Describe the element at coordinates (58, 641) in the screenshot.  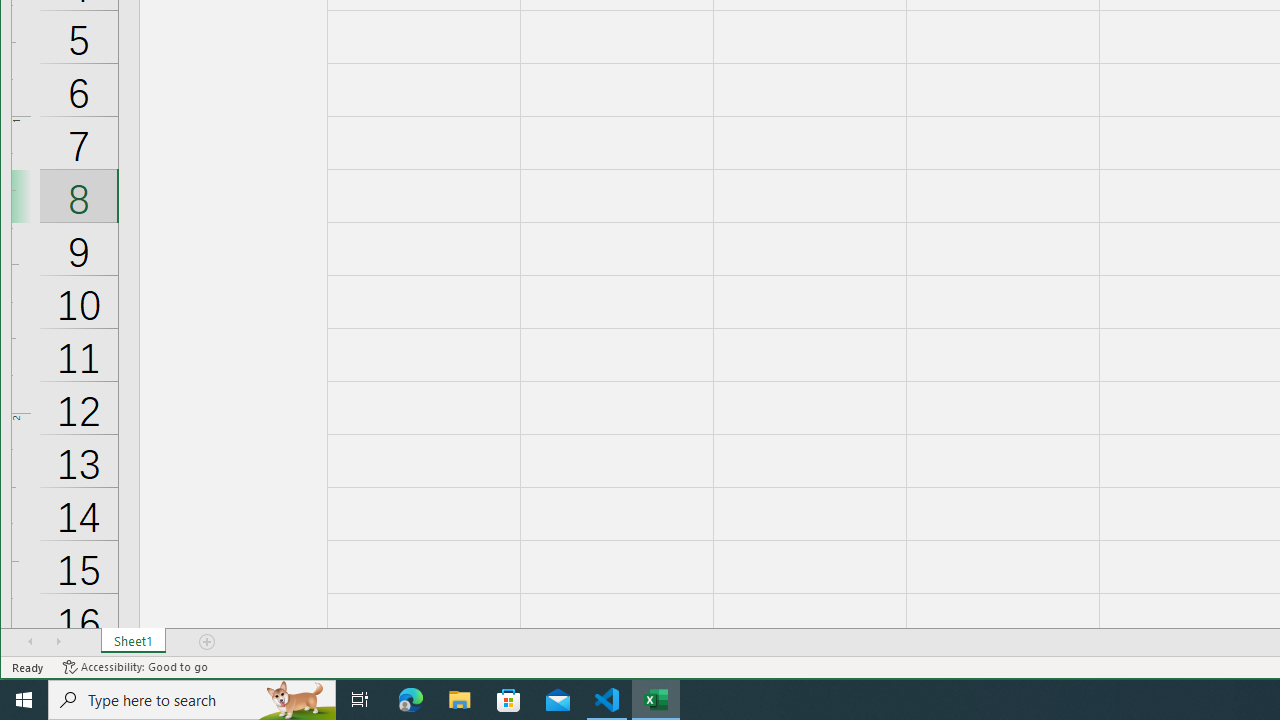
I see `'Scroll Right'` at that location.